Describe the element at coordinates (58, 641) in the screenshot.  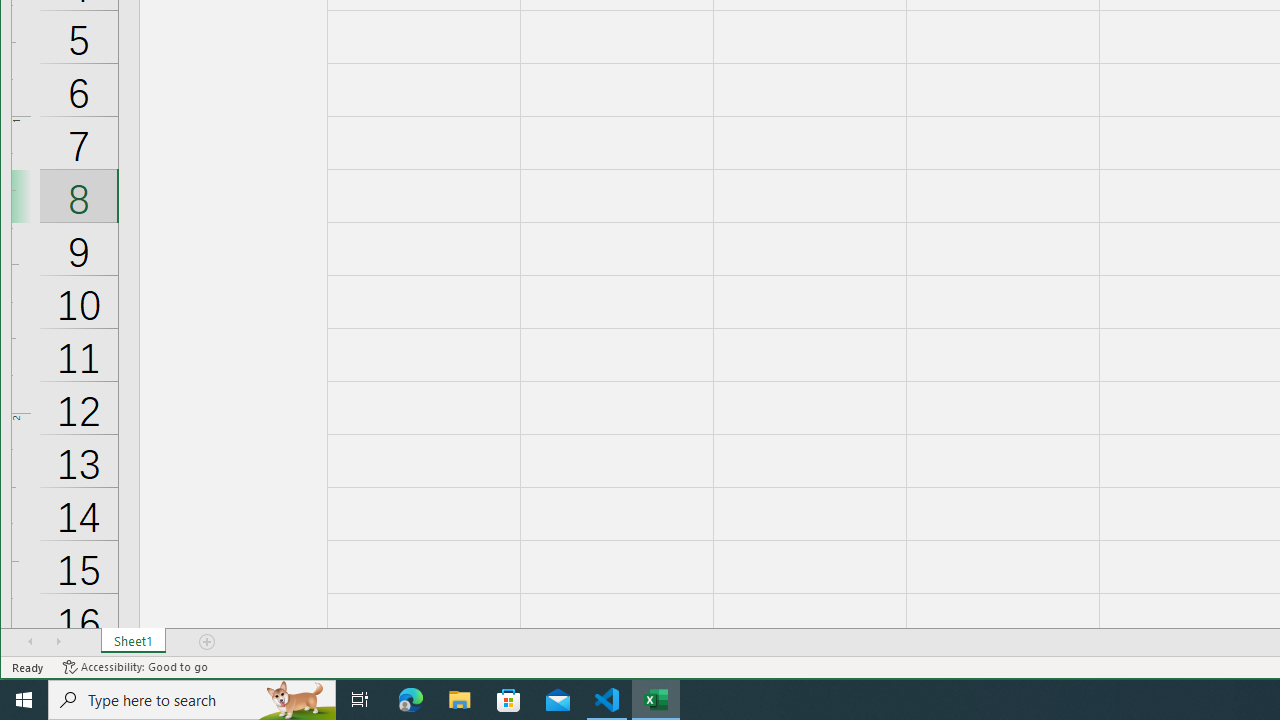
I see `'Scroll Right'` at that location.